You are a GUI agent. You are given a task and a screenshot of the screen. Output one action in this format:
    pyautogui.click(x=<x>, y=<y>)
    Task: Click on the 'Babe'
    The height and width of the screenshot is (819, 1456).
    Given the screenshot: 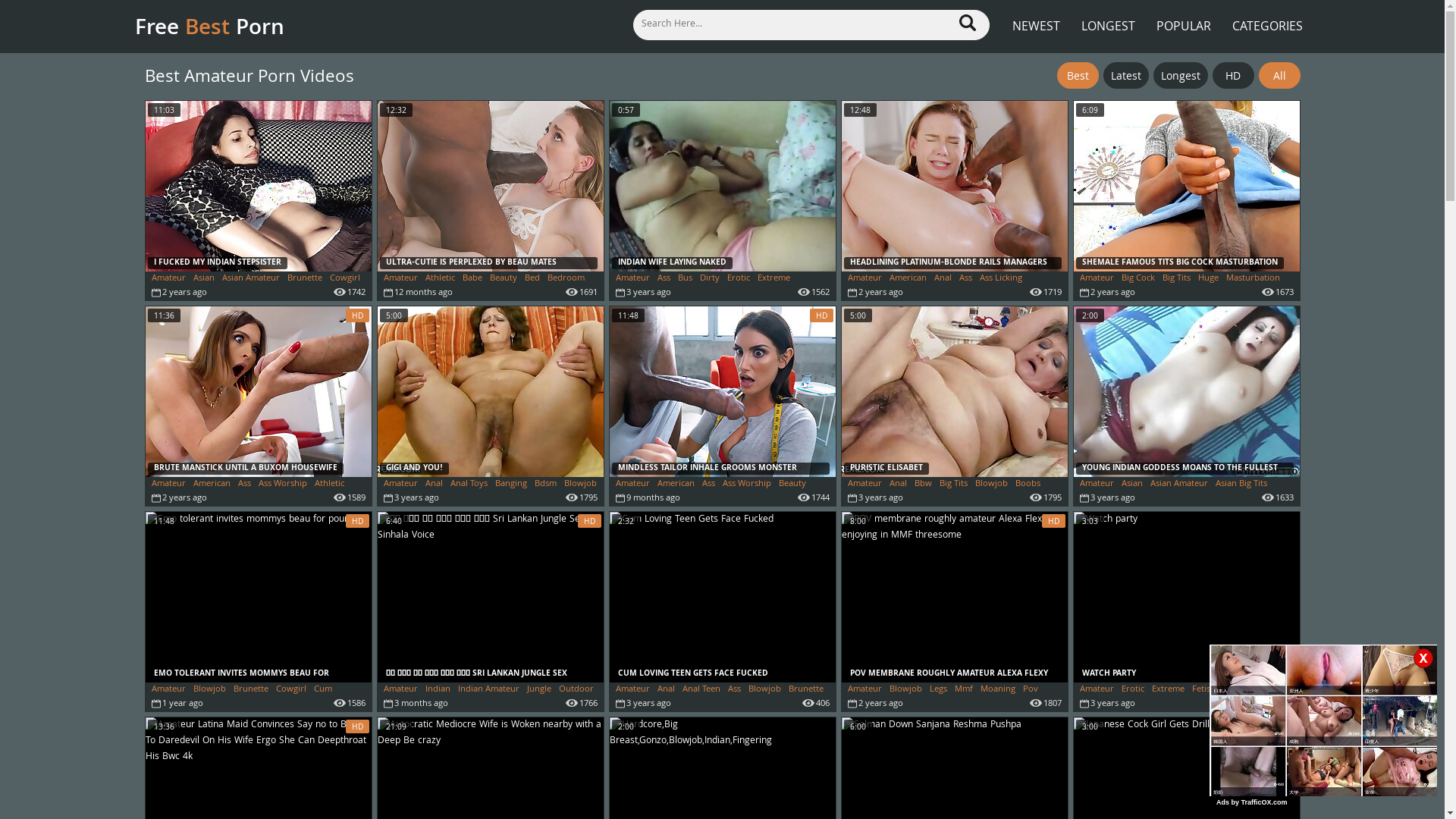 What is the action you would take?
    pyautogui.click(x=461, y=278)
    